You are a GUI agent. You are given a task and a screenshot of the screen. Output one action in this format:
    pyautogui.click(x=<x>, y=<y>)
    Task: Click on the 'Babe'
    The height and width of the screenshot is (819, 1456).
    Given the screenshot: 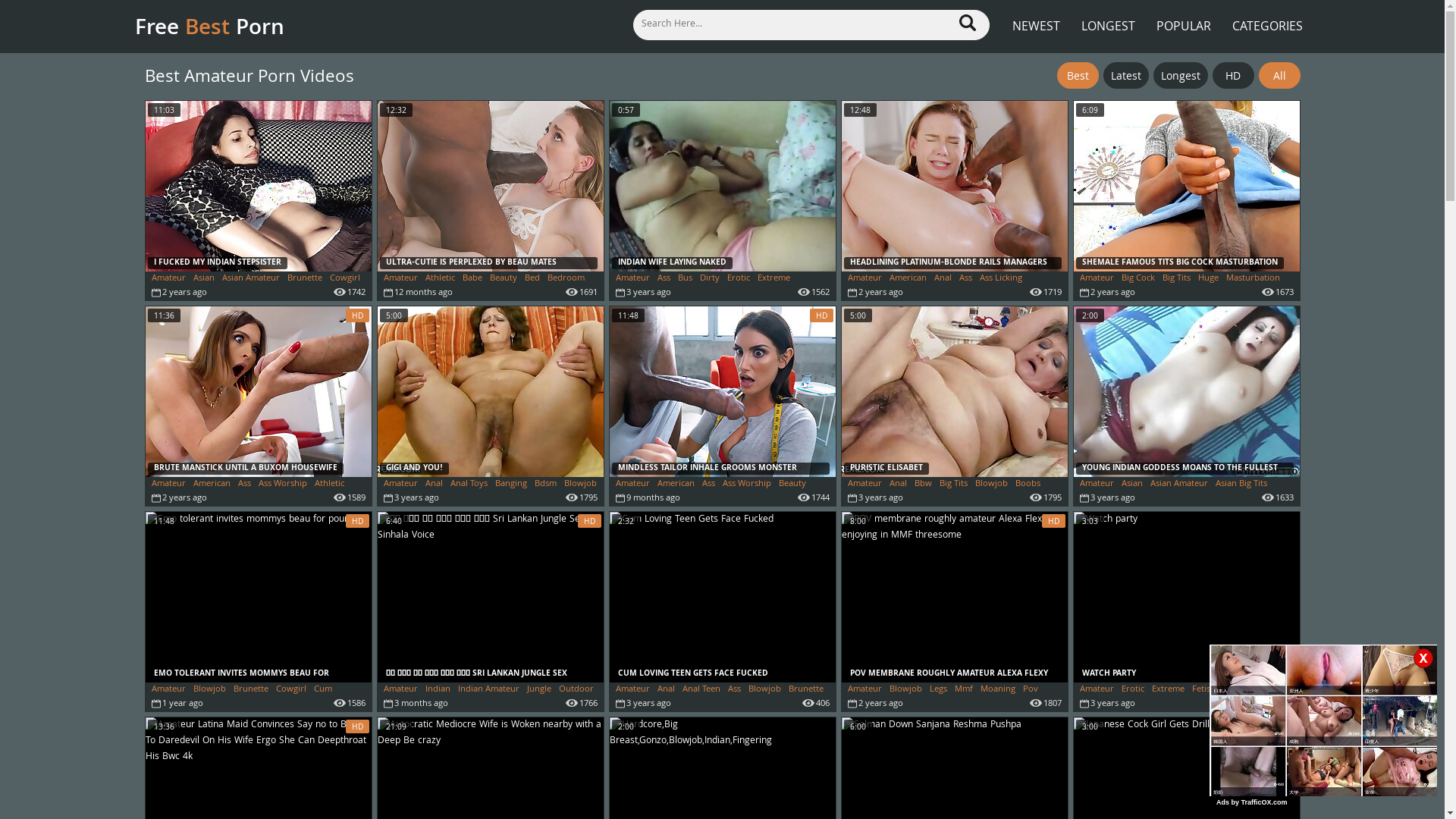 What is the action you would take?
    pyautogui.click(x=461, y=278)
    